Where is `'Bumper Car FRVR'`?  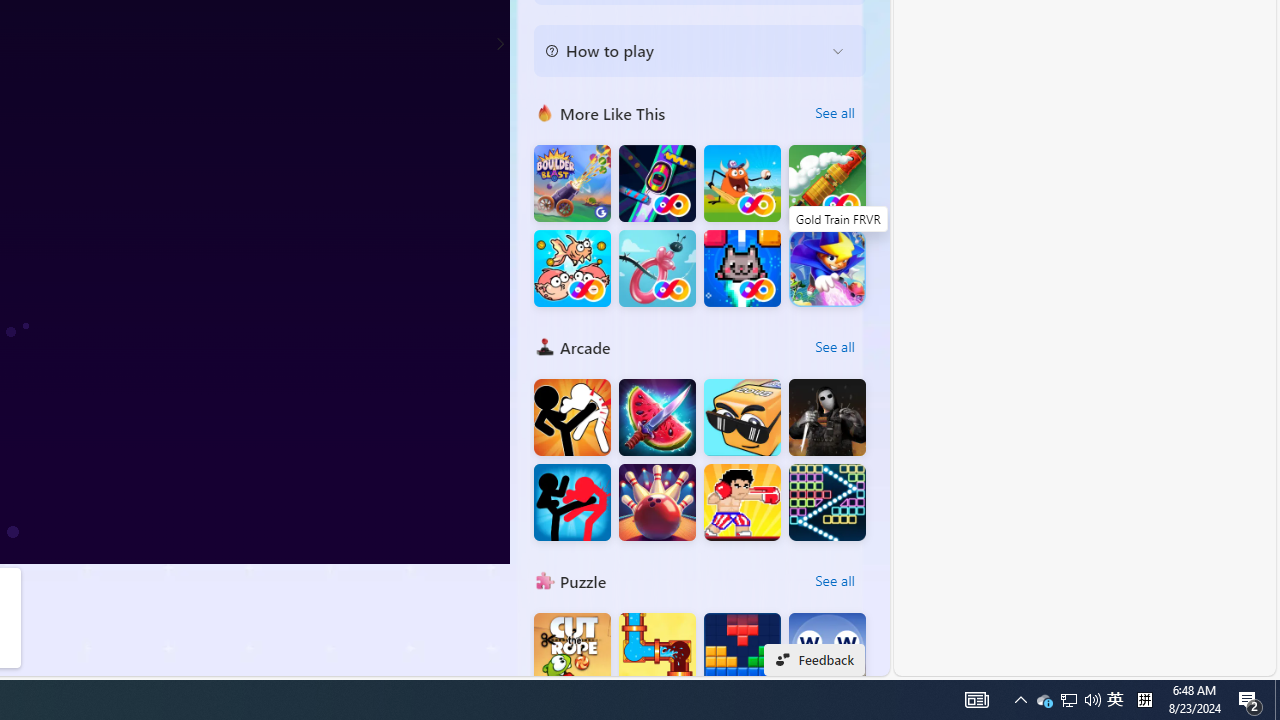
'Bumper Car FRVR' is located at coordinates (657, 183).